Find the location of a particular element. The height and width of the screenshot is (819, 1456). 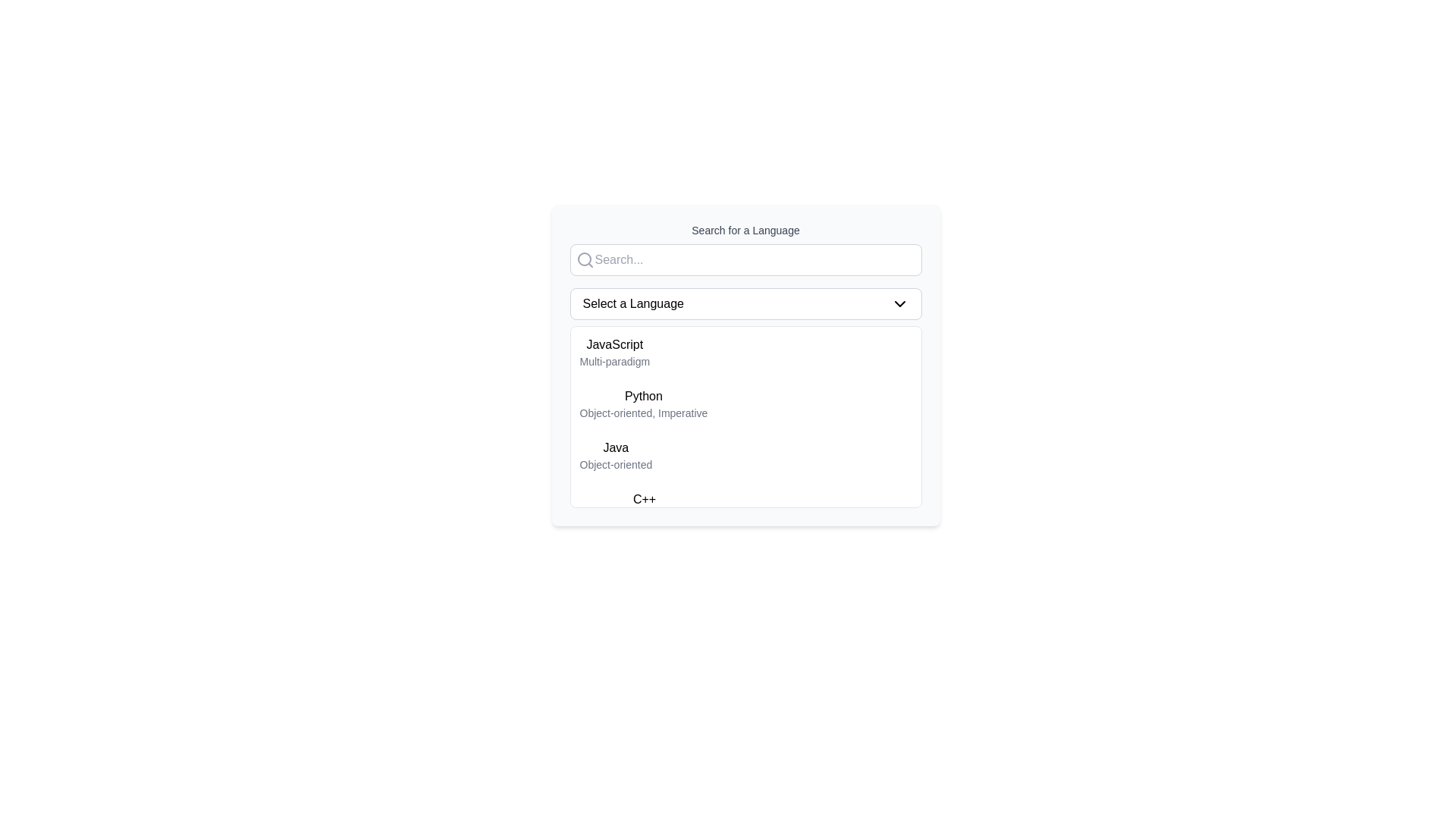

text label that provides additional information about 'JavaScript', indicating it is 'Multi-paradigm', located under the 'JavaScript' title in the dropdown list is located at coordinates (614, 362).